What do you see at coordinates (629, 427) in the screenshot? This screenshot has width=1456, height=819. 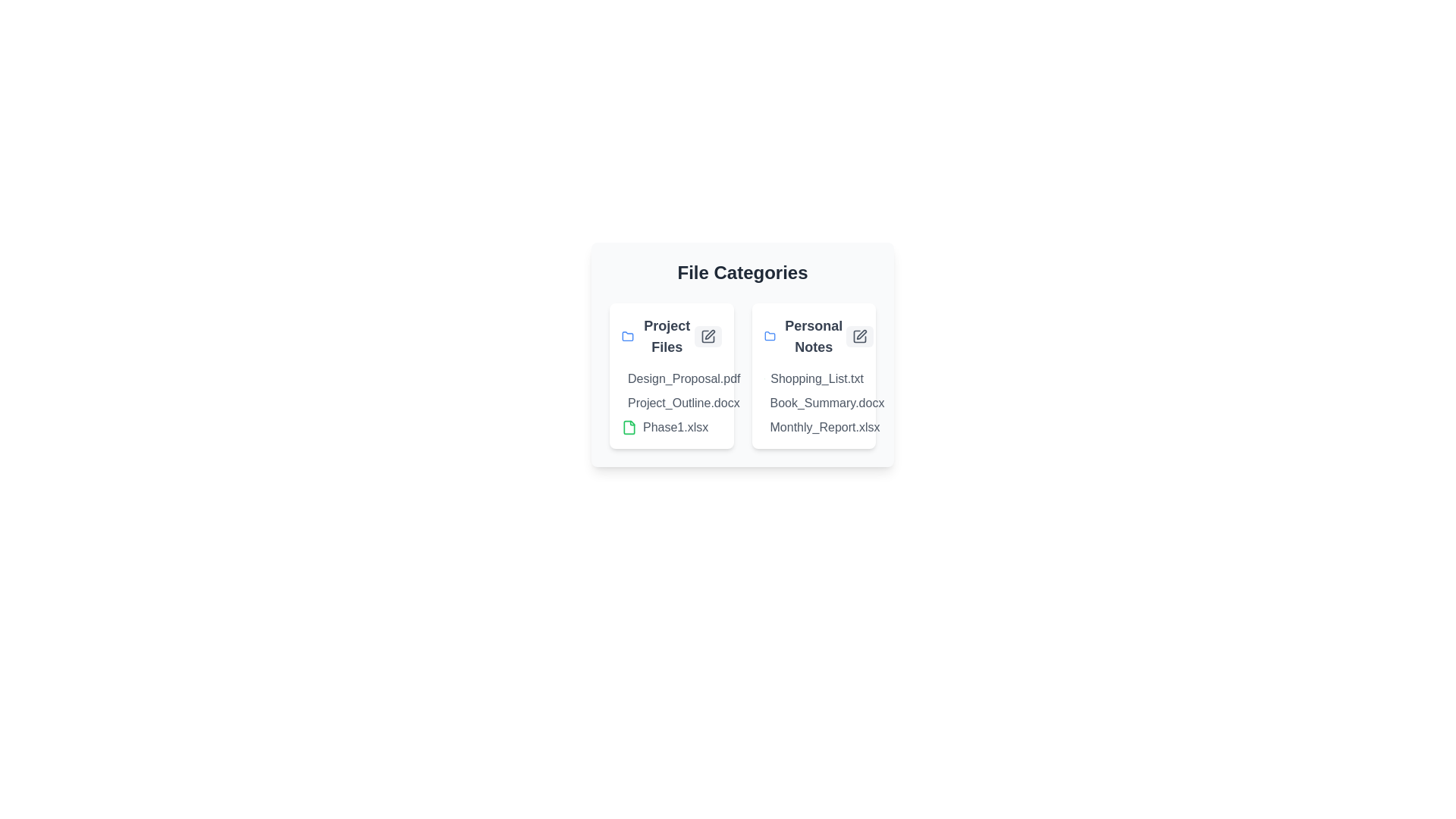 I see `the document icon corresponding to Phase1.xlsx` at bounding box center [629, 427].